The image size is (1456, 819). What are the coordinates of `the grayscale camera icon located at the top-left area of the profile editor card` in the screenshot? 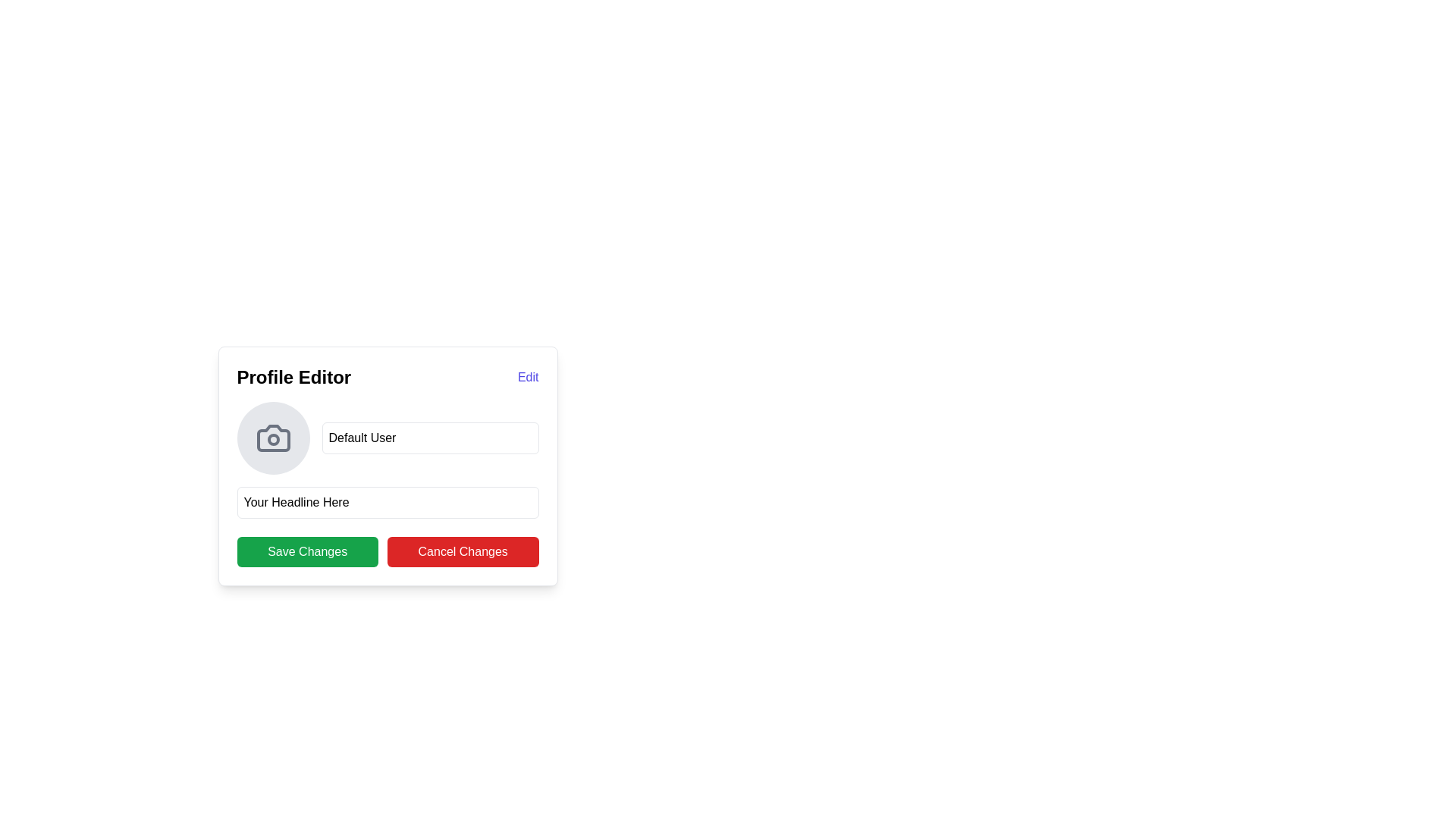 It's located at (273, 438).